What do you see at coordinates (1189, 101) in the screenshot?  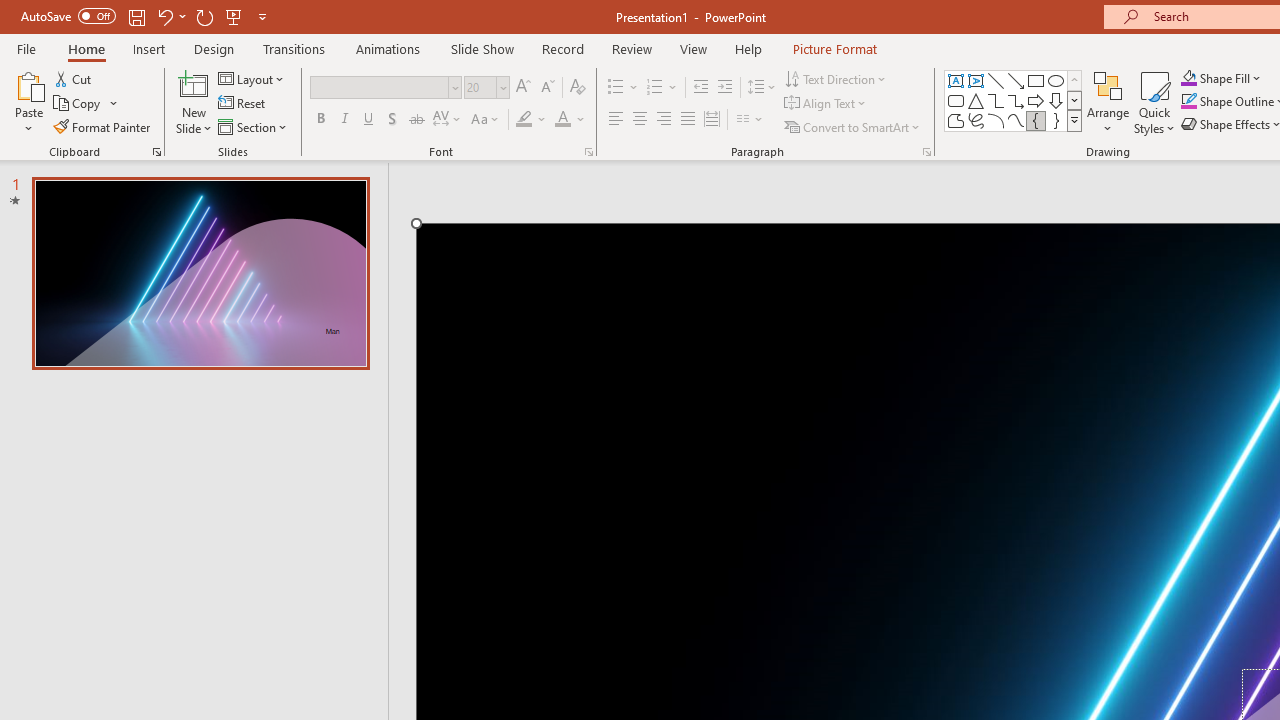 I see `'Shape Outline Blue, Accent 1'` at bounding box center [1189, 101].